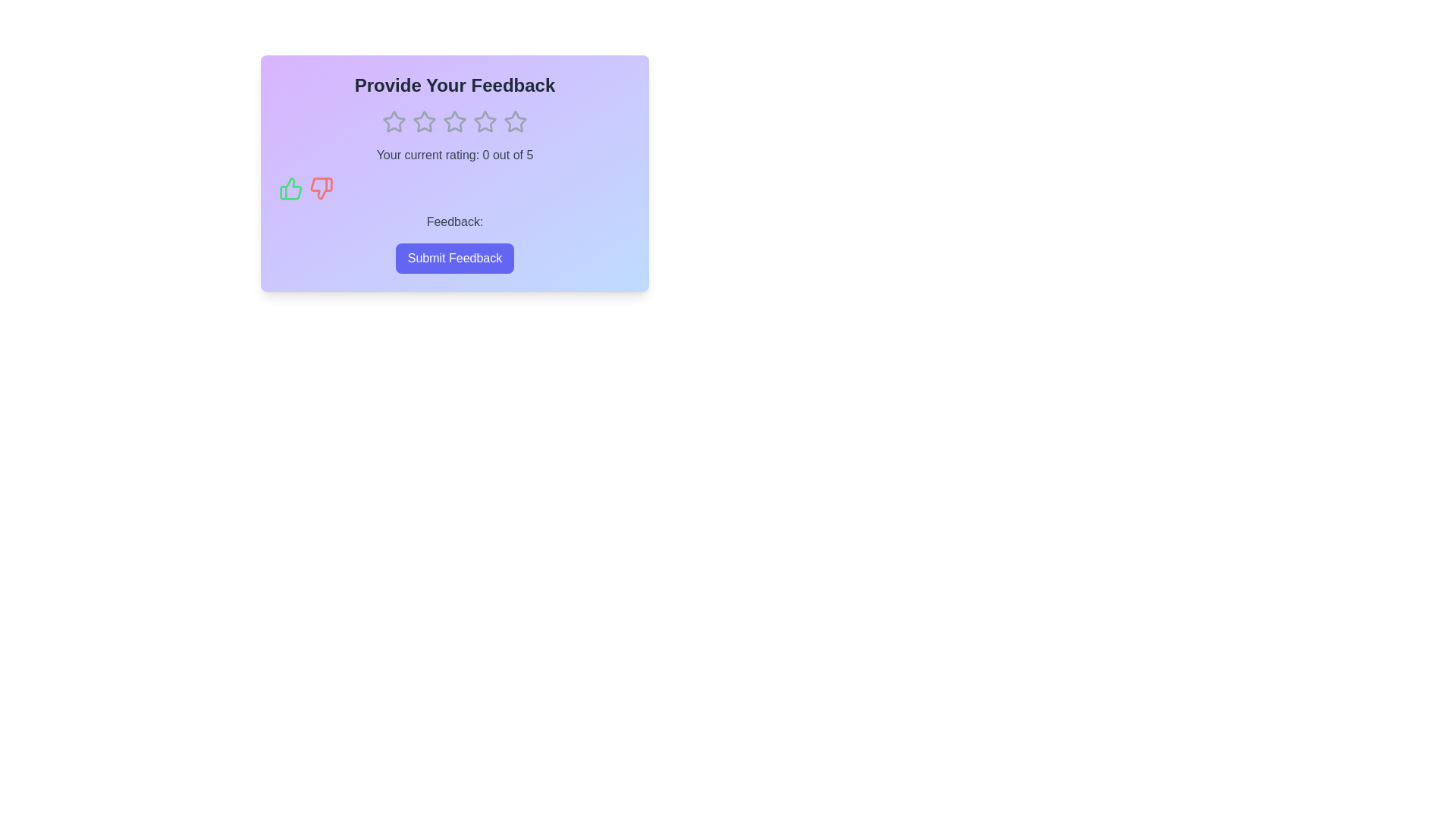 The image size is (1456, 819). What do you see at coordinates (454, 257) in the screenshot?
I see `the 'Submit Feedback' button` at bounding box center [454, 257].